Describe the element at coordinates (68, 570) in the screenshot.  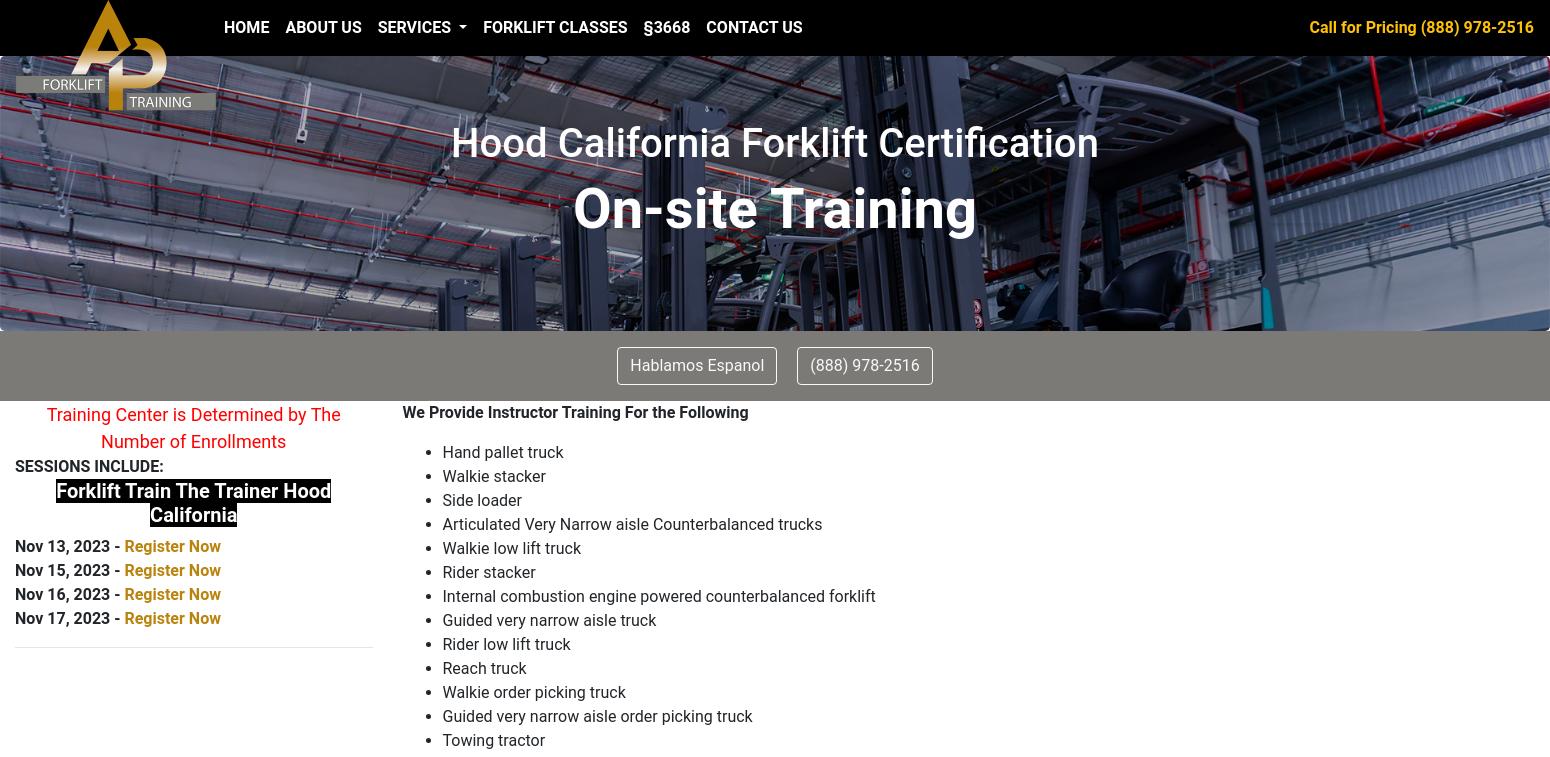
I see `'Nov 15, 2023  -'` at that location.